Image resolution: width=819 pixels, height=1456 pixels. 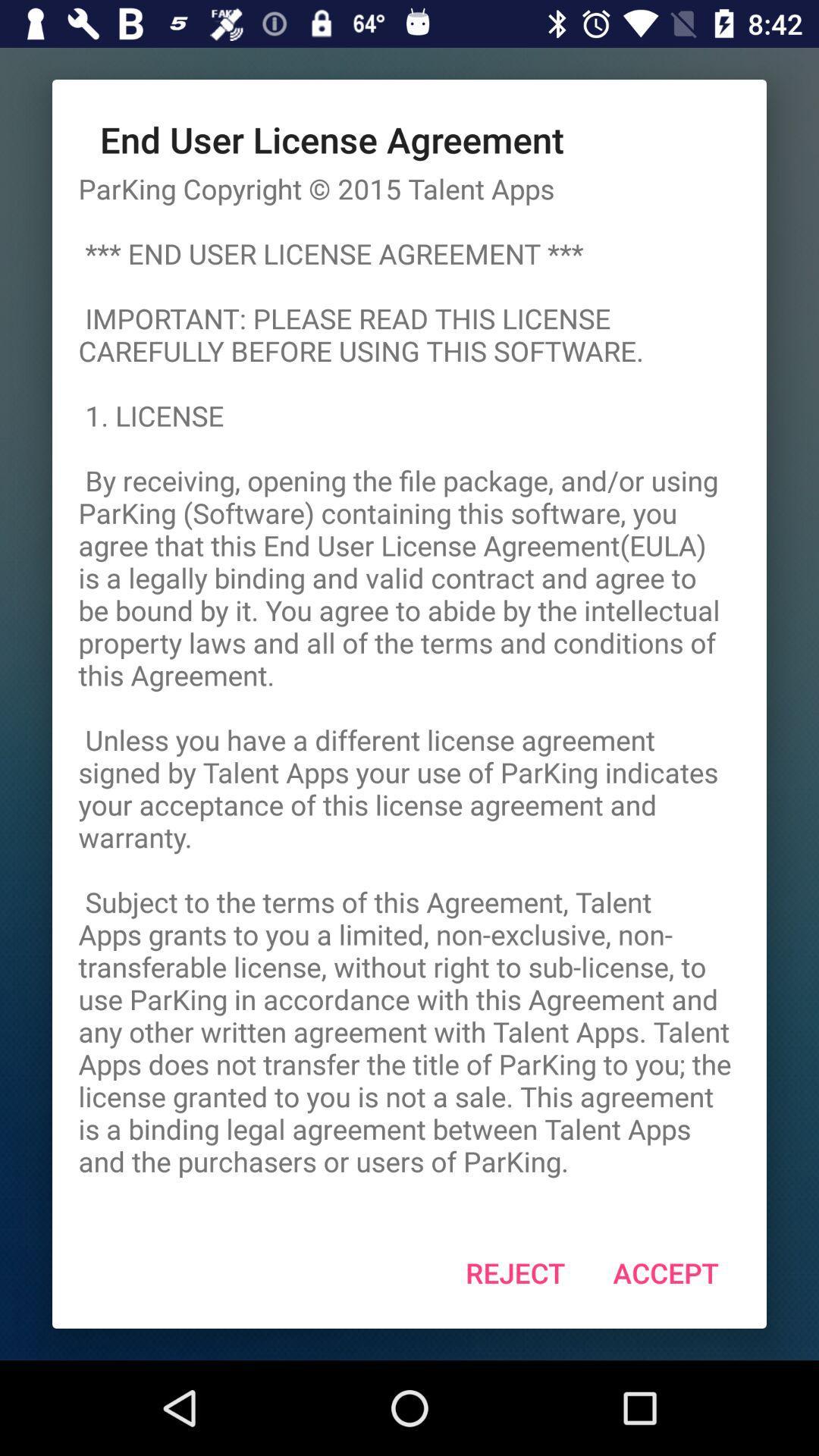 What do you see at coordinates (514, 1272) in the screenshot?
I see `the reject at the bottom` at bounding box center [514, 1272].